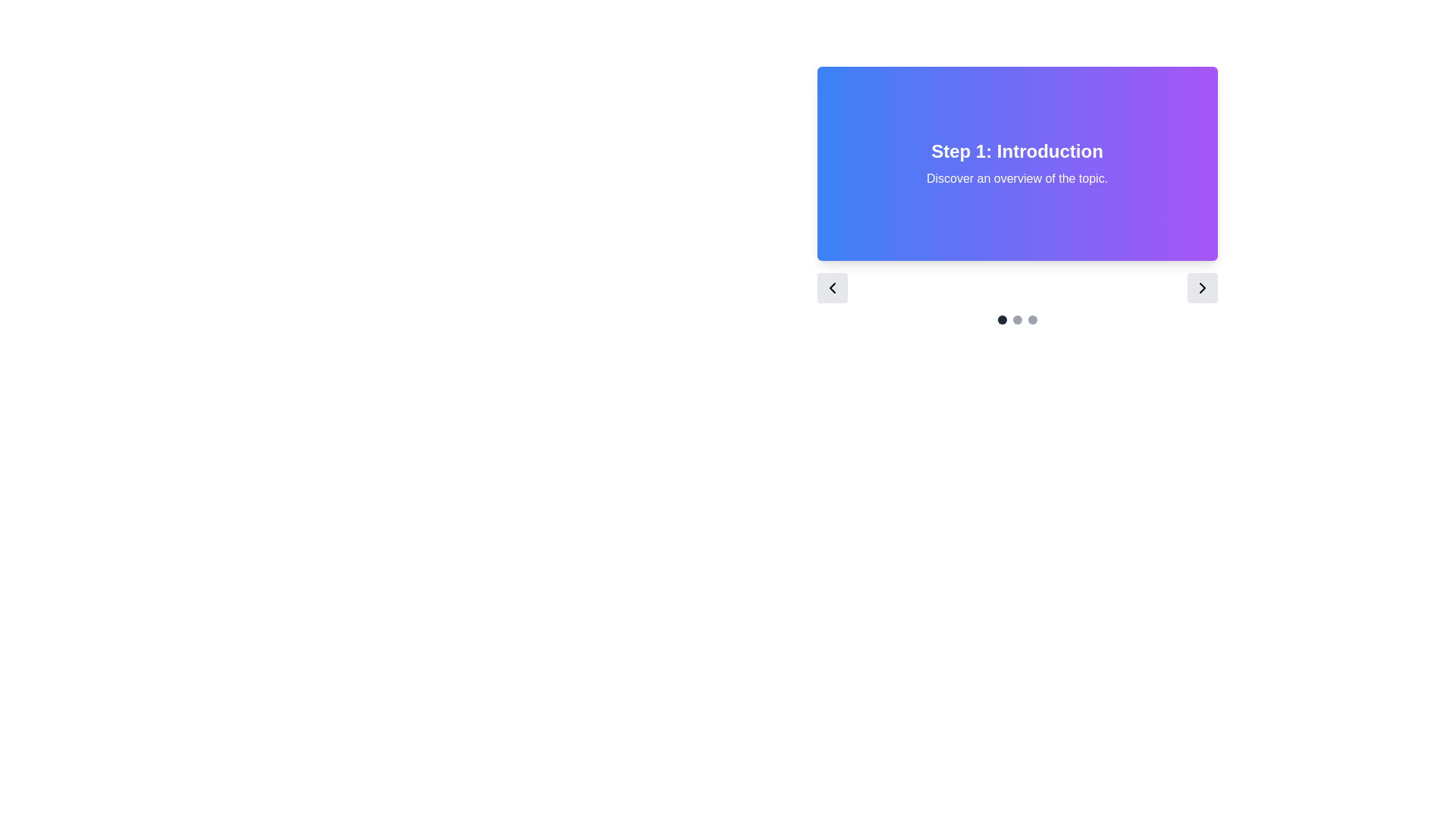 This screenshot has height=819, width=1456. Describe the element at coordinates (831, 288) in the screenshot. I see `the left-pointing chevron icon within the light gray rounded rectangular button` at that location.